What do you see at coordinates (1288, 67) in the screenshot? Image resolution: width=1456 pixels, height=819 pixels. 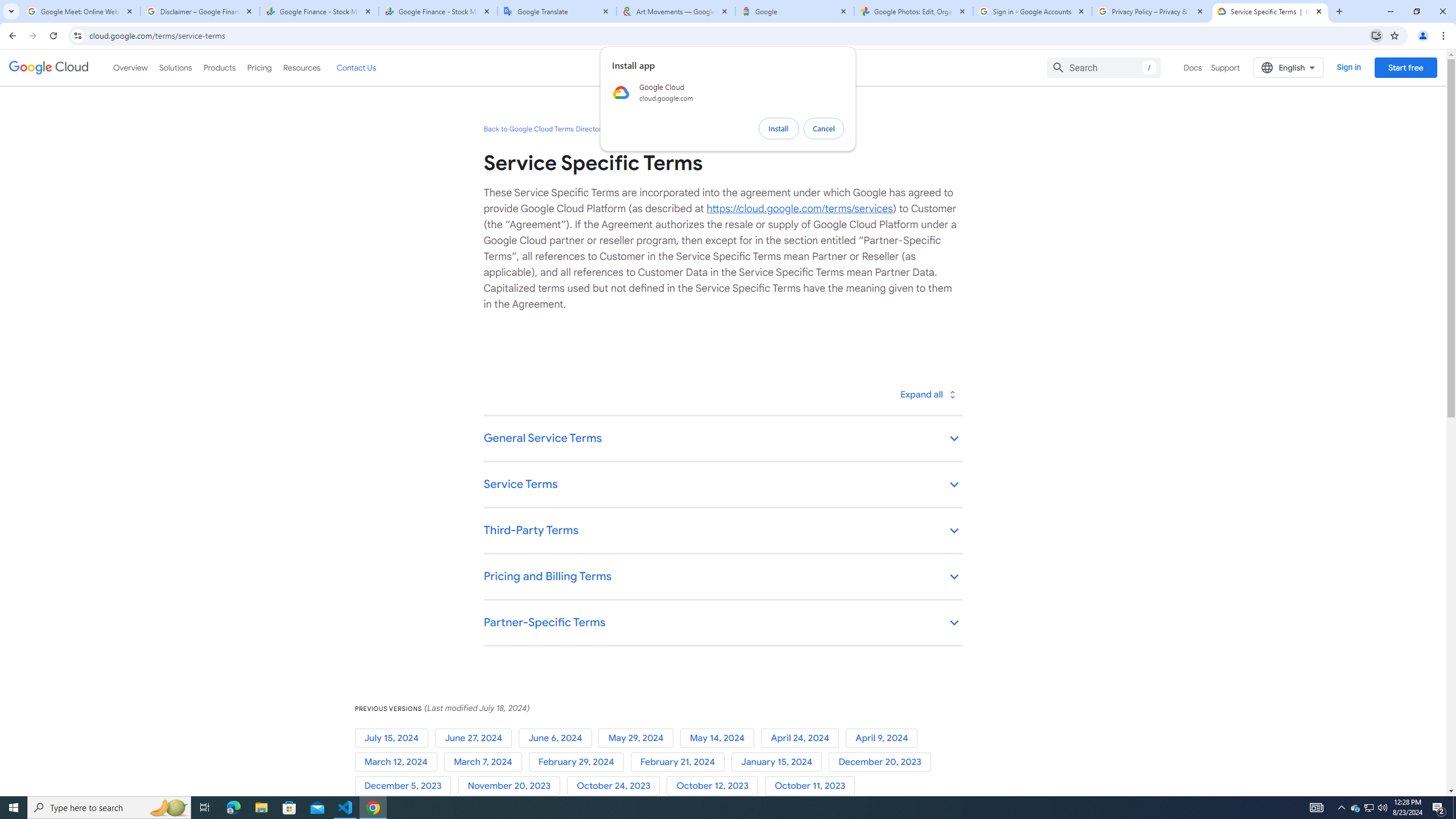 I see `'English'` at bounding box center [1288, 67].